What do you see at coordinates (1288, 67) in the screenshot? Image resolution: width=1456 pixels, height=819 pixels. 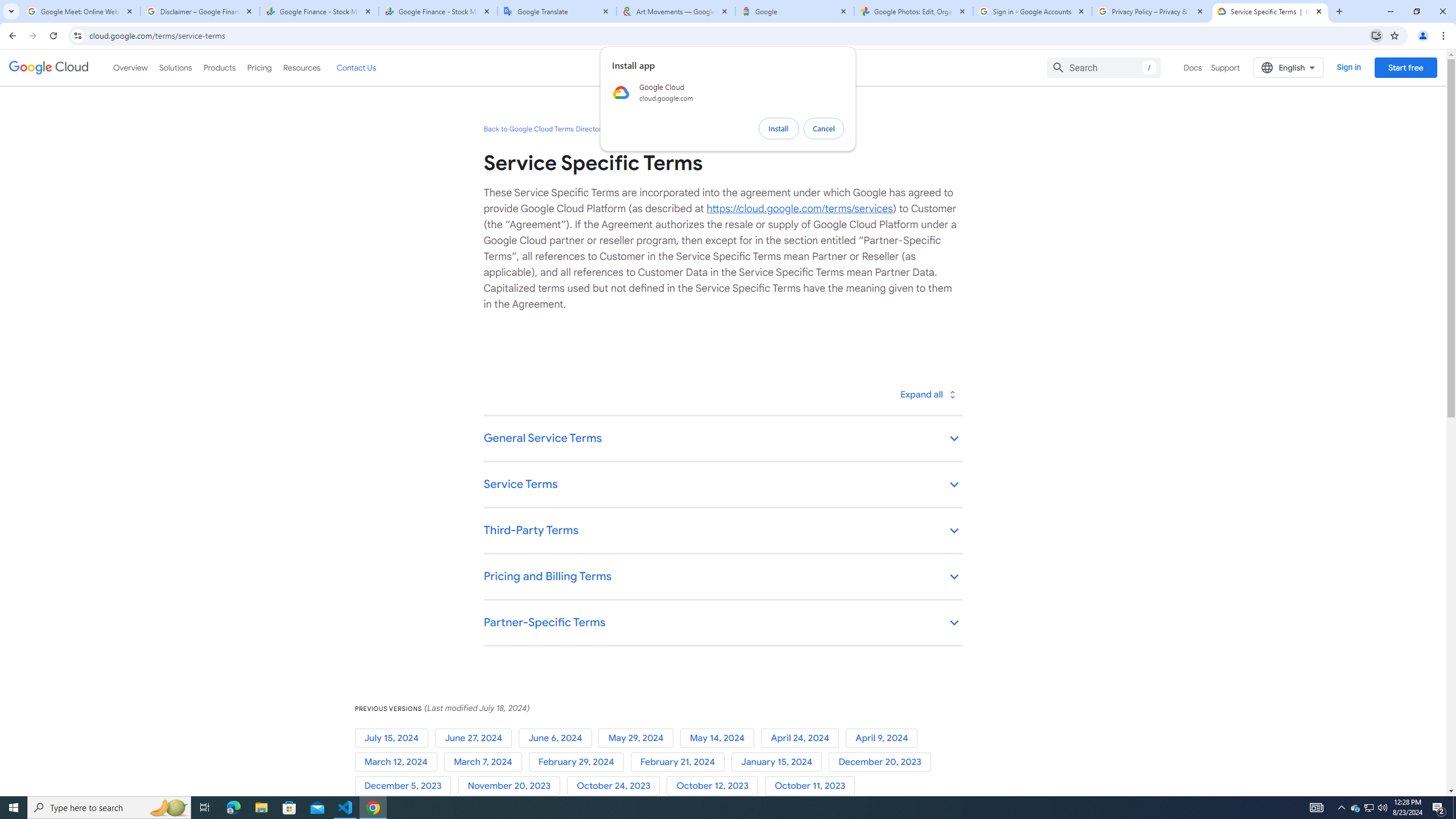 I see `'English'` at bounding box center [1288, 67].